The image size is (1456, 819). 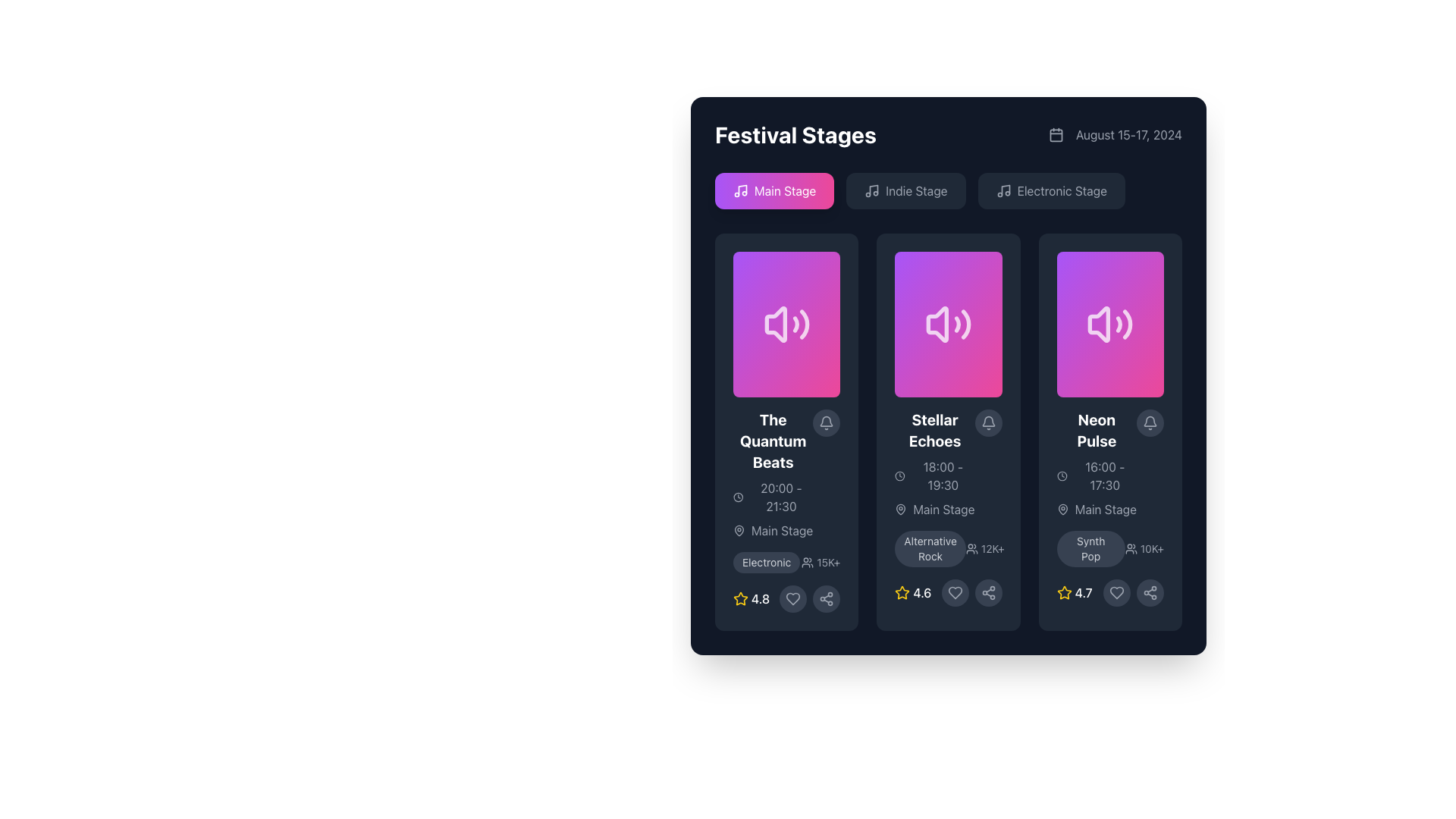 What do you see at coordinates (1003, 190) in the screenshot?
I see `the 'Electronic Stage' icon, which is the third button from the left under the title 'Festival Stages'` at bounding box center [1003, 190].